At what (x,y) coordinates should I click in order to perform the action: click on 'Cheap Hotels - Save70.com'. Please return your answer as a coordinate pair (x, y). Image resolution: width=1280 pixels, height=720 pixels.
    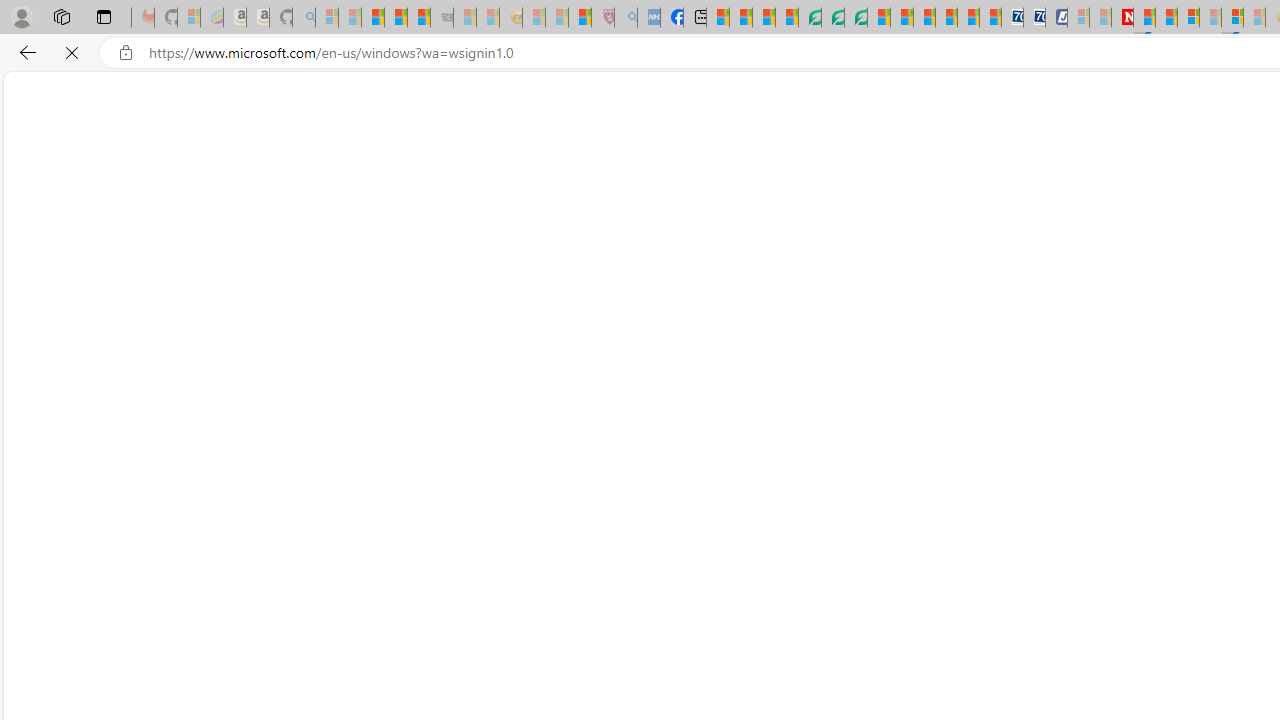
    Looking at the image, I should click on (1034, 17).